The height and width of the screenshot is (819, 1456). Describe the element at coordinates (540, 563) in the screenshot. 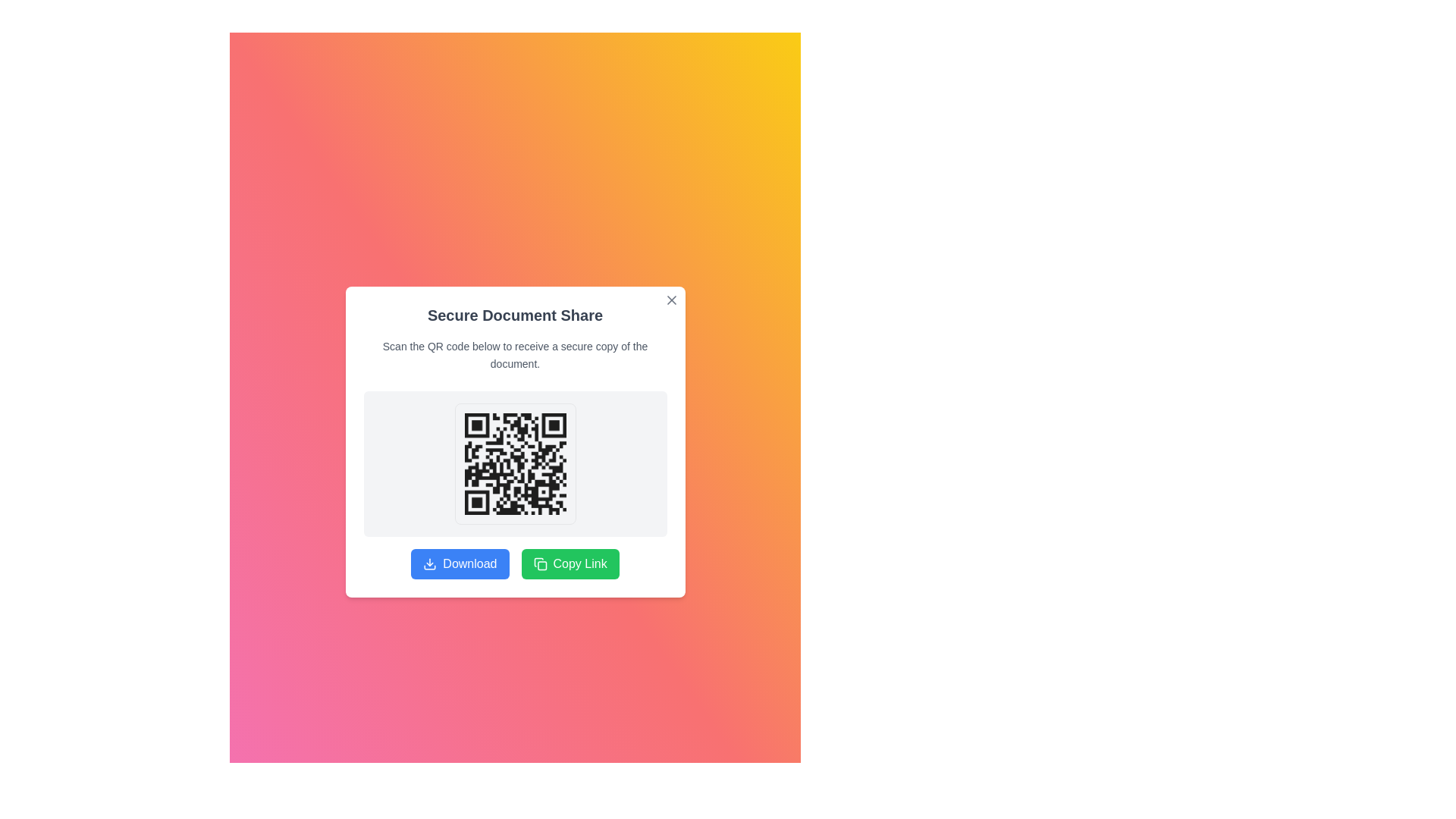

I see `the 'Copy Link' green button icon located at the bottom-right corner of the modal dialog, which is adjacent to the blue 'Download' button` at that location.